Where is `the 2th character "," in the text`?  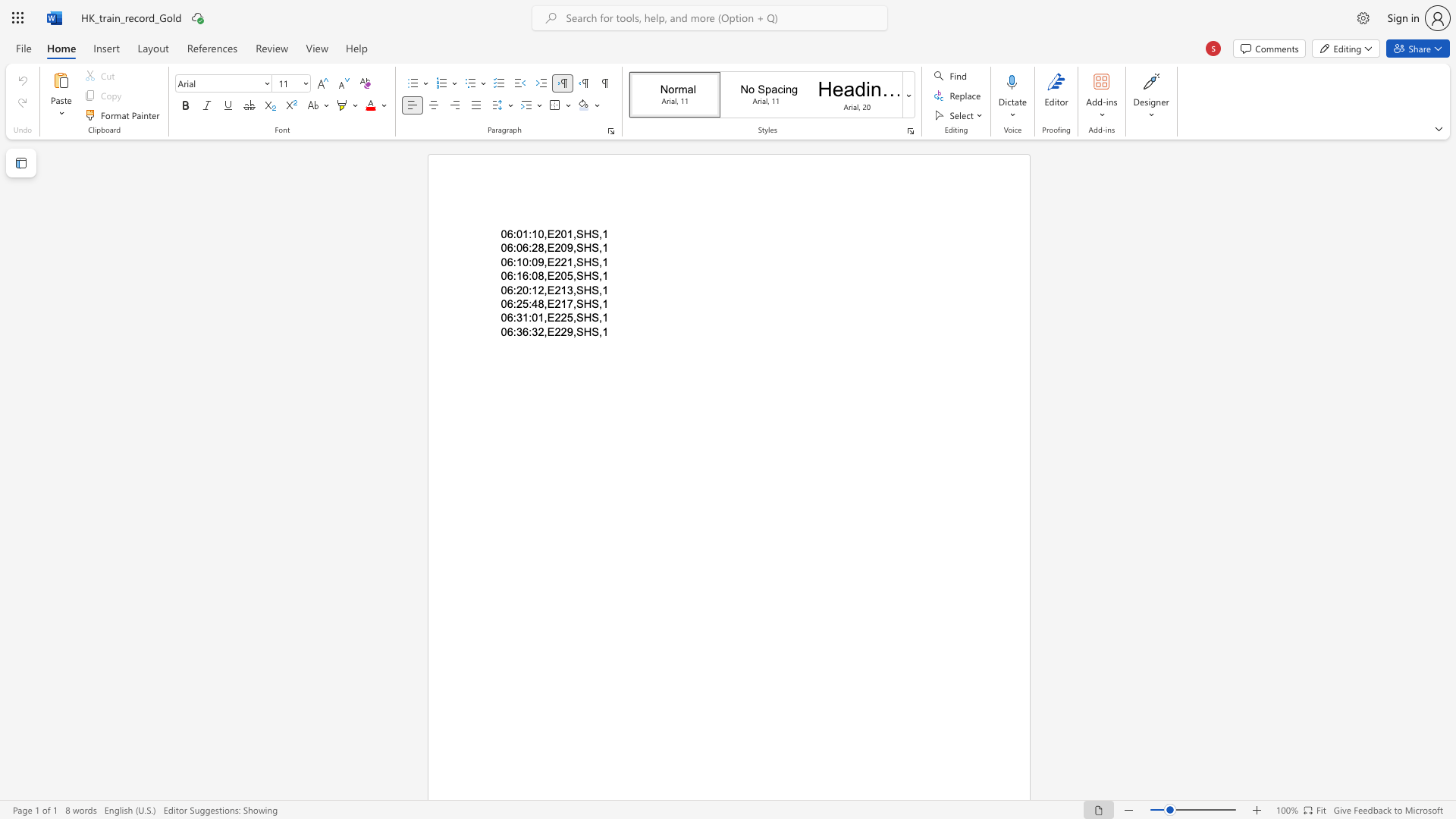 the 2th character "," in the text is located at coordinates (573, 247).